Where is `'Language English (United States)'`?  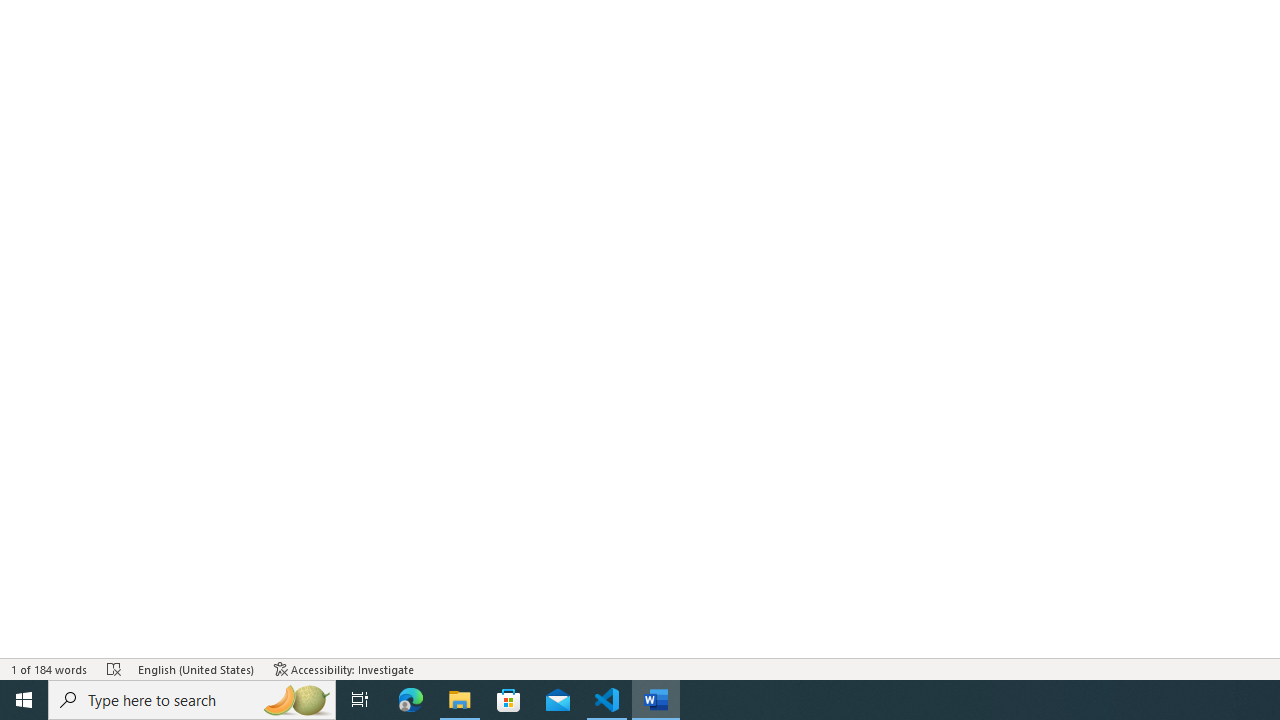
'Language English (United States)' is located at coordinates (196, 669).